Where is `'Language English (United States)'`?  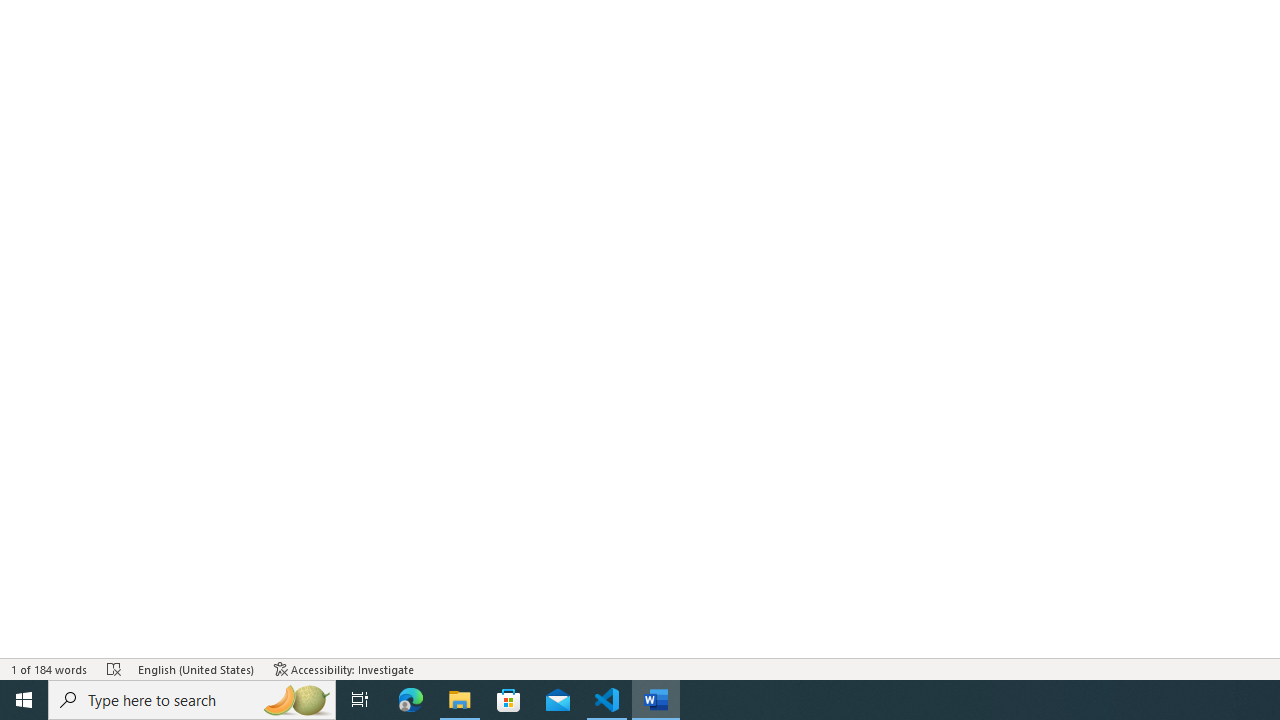
'Language English (United States)' is located at coordinates (196, 669).